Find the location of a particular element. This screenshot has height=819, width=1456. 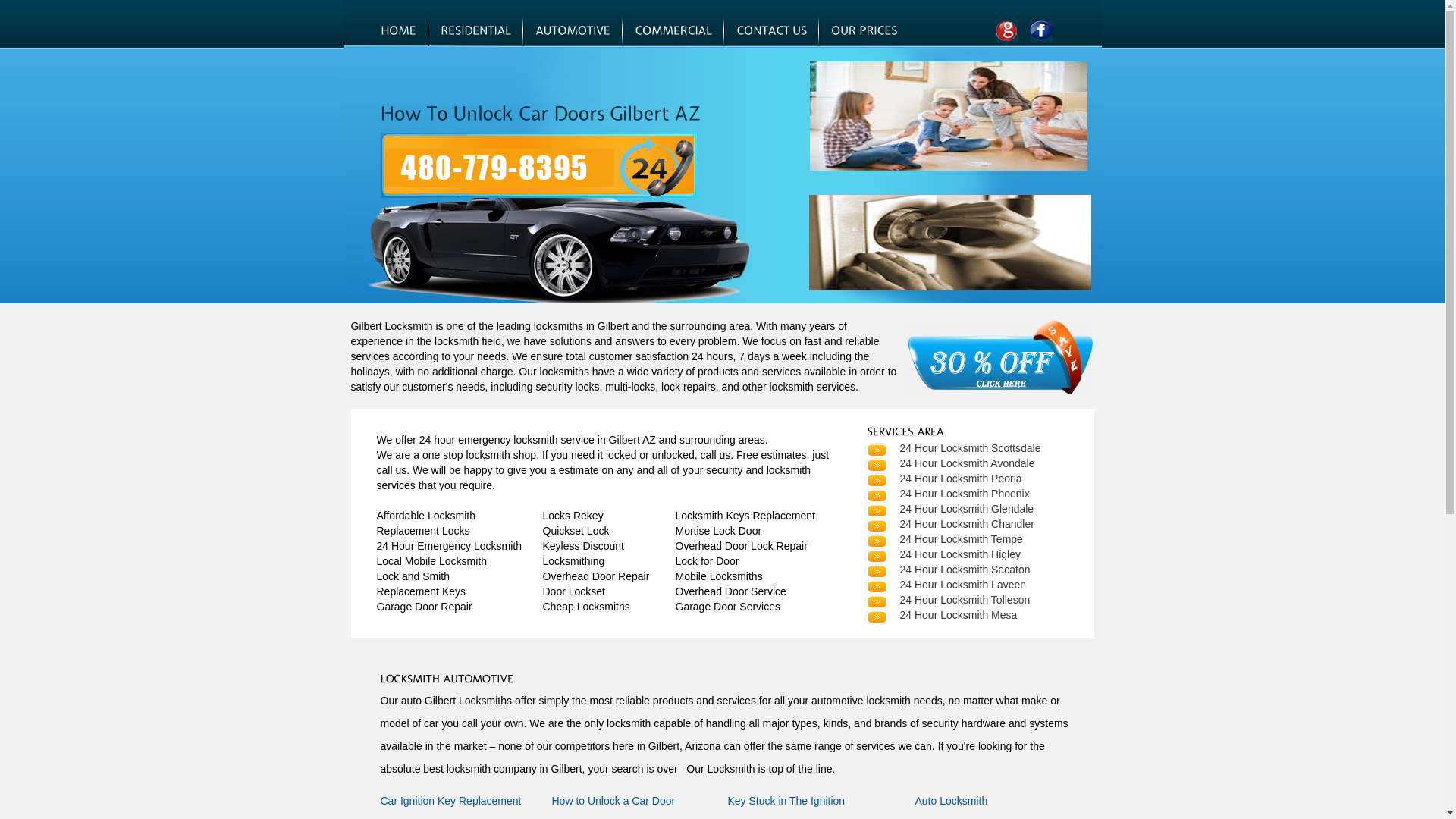

'Garage Door Services' is located at coordinates (726, 605).